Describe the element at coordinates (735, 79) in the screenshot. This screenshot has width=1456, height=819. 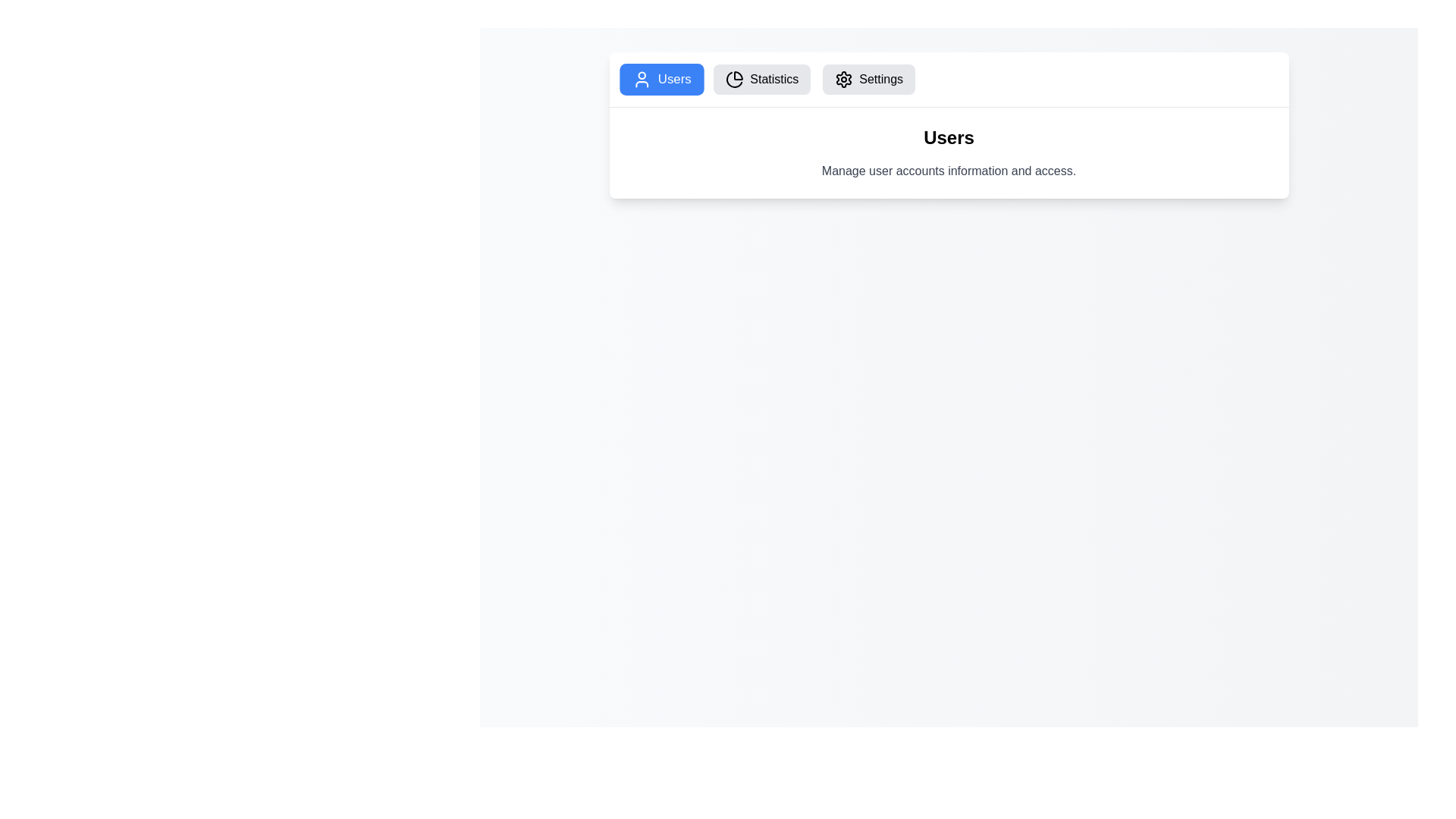
I see `the 'Statistics' icon located within the navigation bar, which serves as a visual indicator for accessing statistical data` at that location.